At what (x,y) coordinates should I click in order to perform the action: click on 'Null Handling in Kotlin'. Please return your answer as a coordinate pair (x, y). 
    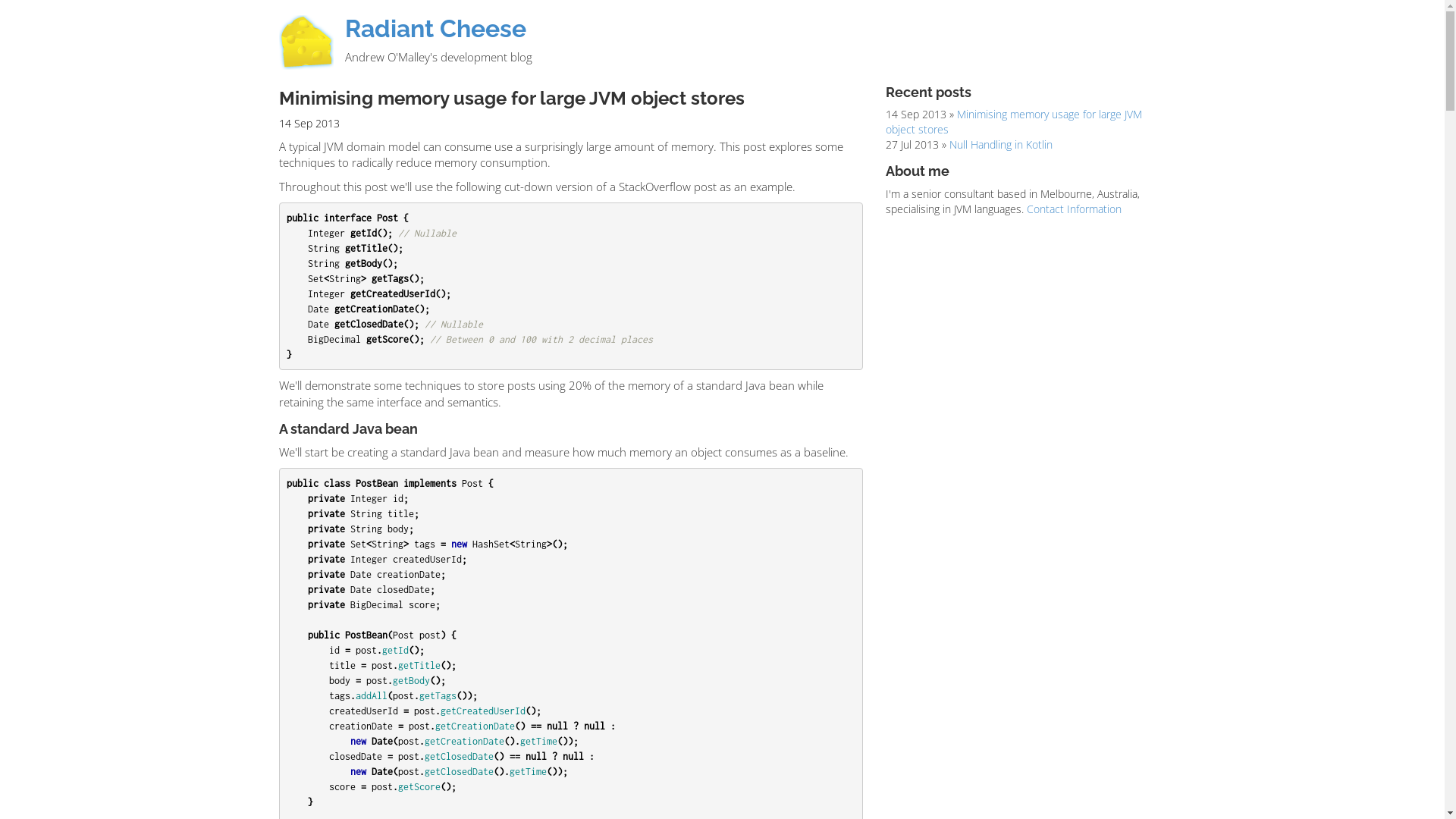
    Looking at the image, I should click on (1001, 144).